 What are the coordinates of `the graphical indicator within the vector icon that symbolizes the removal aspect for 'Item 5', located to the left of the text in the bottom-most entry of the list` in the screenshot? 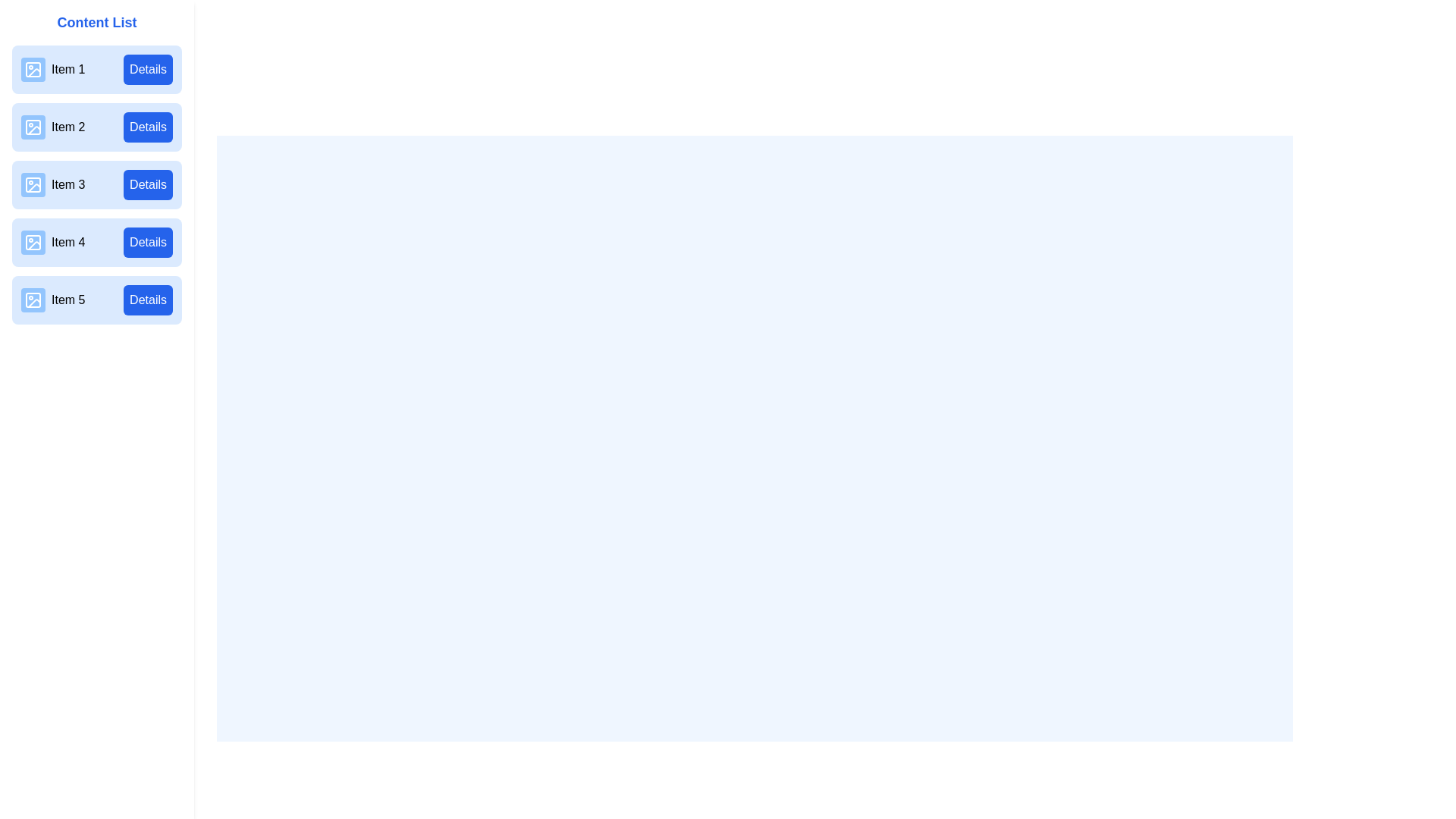 It's located at (34, 303).